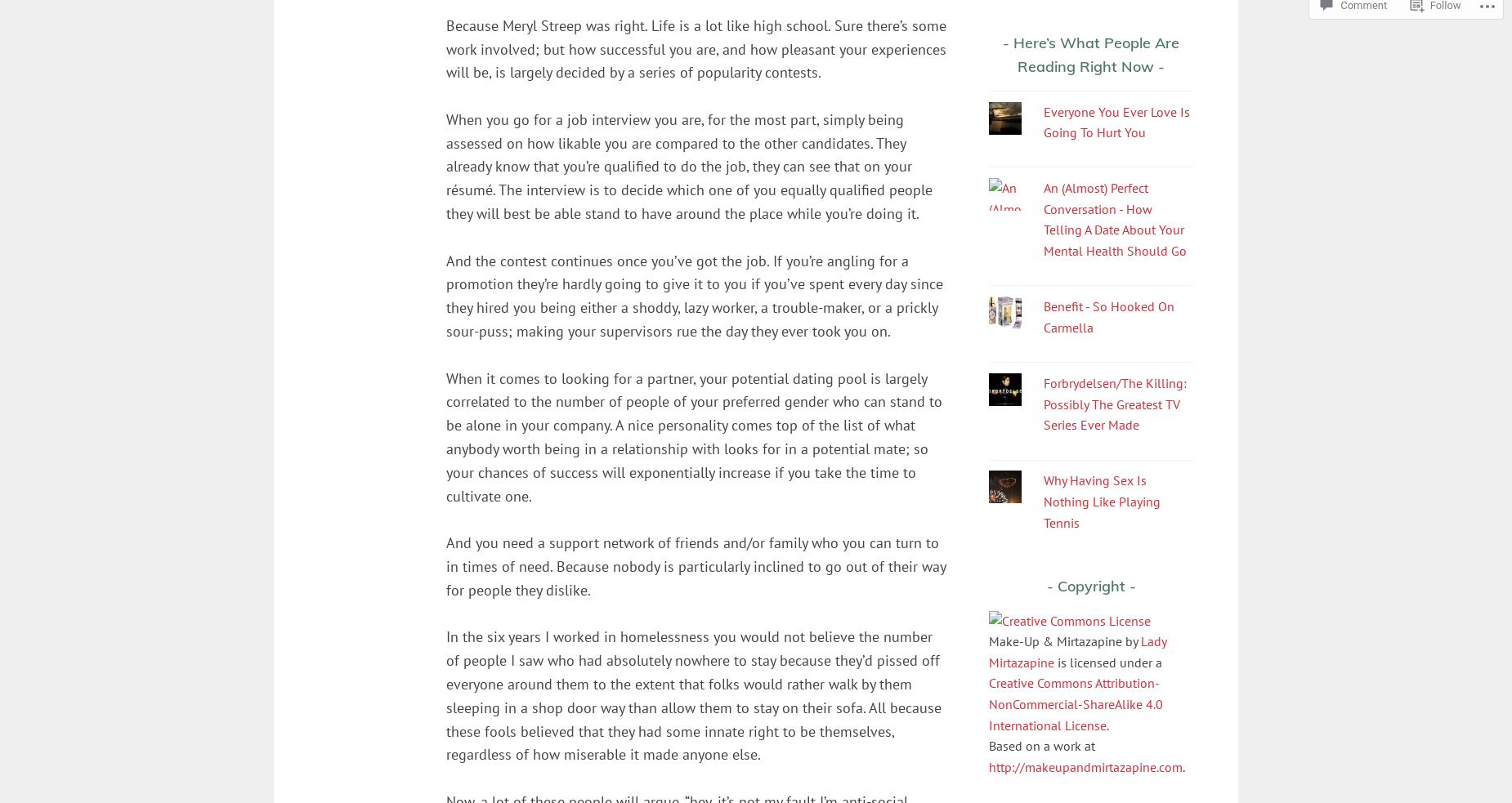 This screenshot has width=1512, height=803. I want to click on 'In the six years I worked in homelessness you would not believe the number of people I saw who had absolutely nowhere to stay because they’d pissed off everyone around them to the extent that folks would rather walk by them sleeping in a shop door way than allow them to stay on their sofa. All because these fools believed that they had some innate right to be themselves, regardless of how miserable it made anyone else.', so click(445, 695).